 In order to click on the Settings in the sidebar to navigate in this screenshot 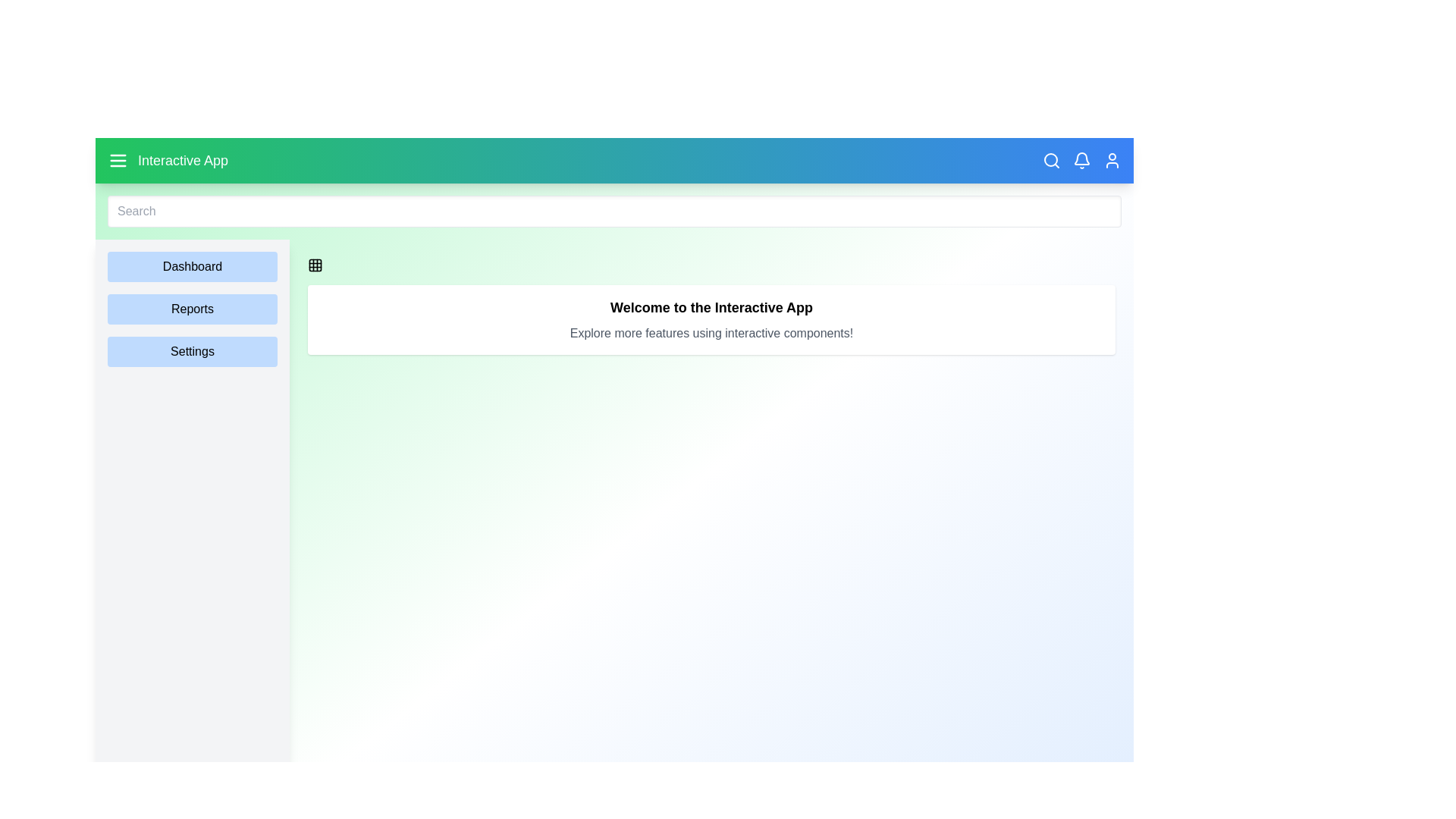, I will do `click(192, 351)`.